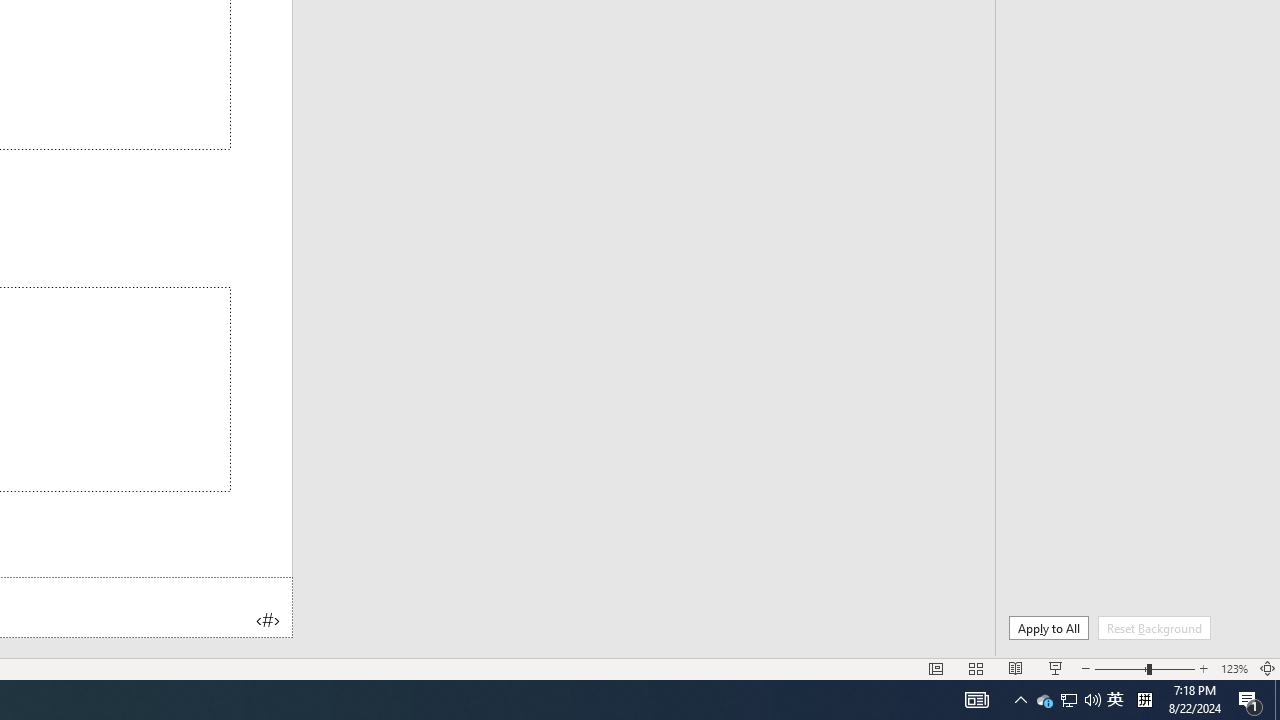 The image size is (1280, 720). Describe the element at coordinates (1154, 627) in the screenshot. I see `'Reset Background'` at that location.